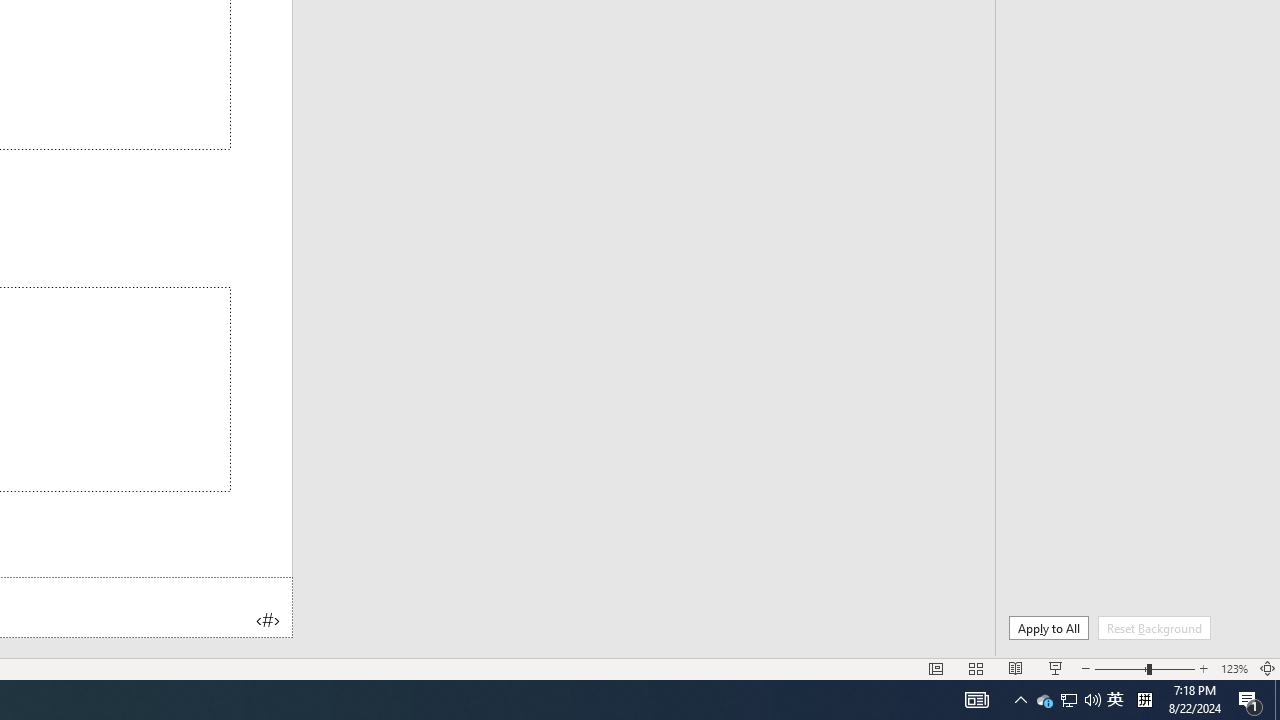 The image size is (1280, 720). Describe the element at coordinates (1154, 627) in the screenshot. I see `'Reset Background'` at that location.